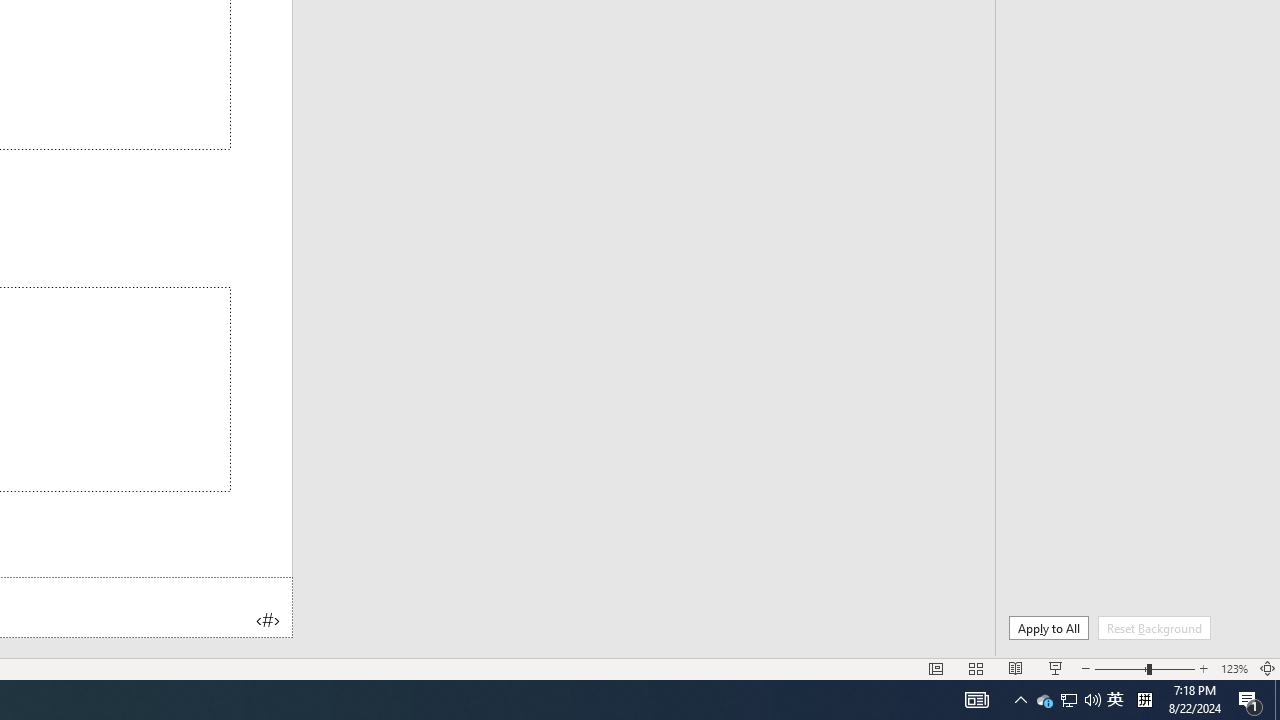 The image size is (1280, 720). Describe the element at coordinates (1154, 627) in the screenshot. I see `'Reset Background'` at that location.